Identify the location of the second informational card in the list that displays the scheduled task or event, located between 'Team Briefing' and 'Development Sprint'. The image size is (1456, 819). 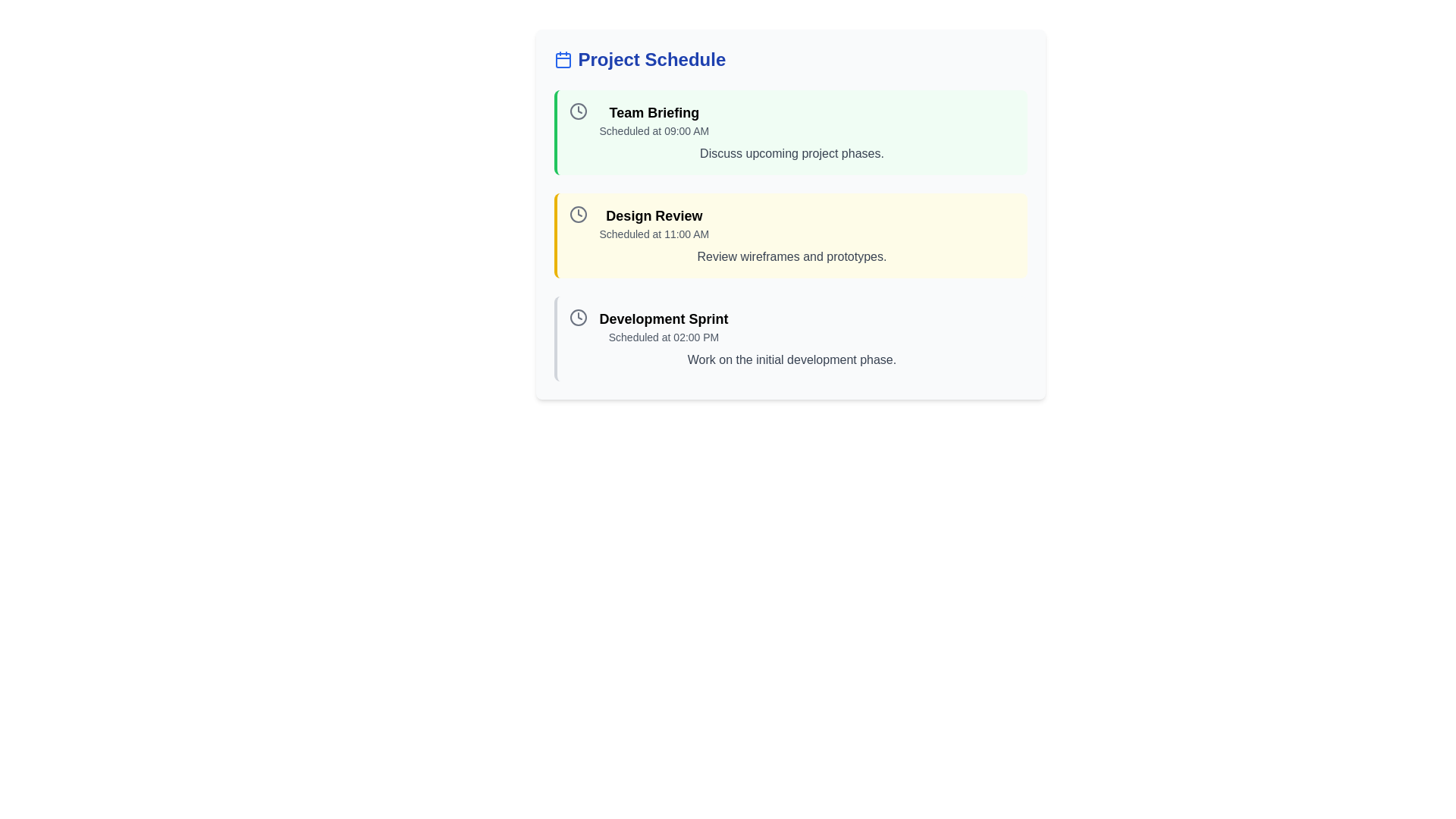
(789, 236).